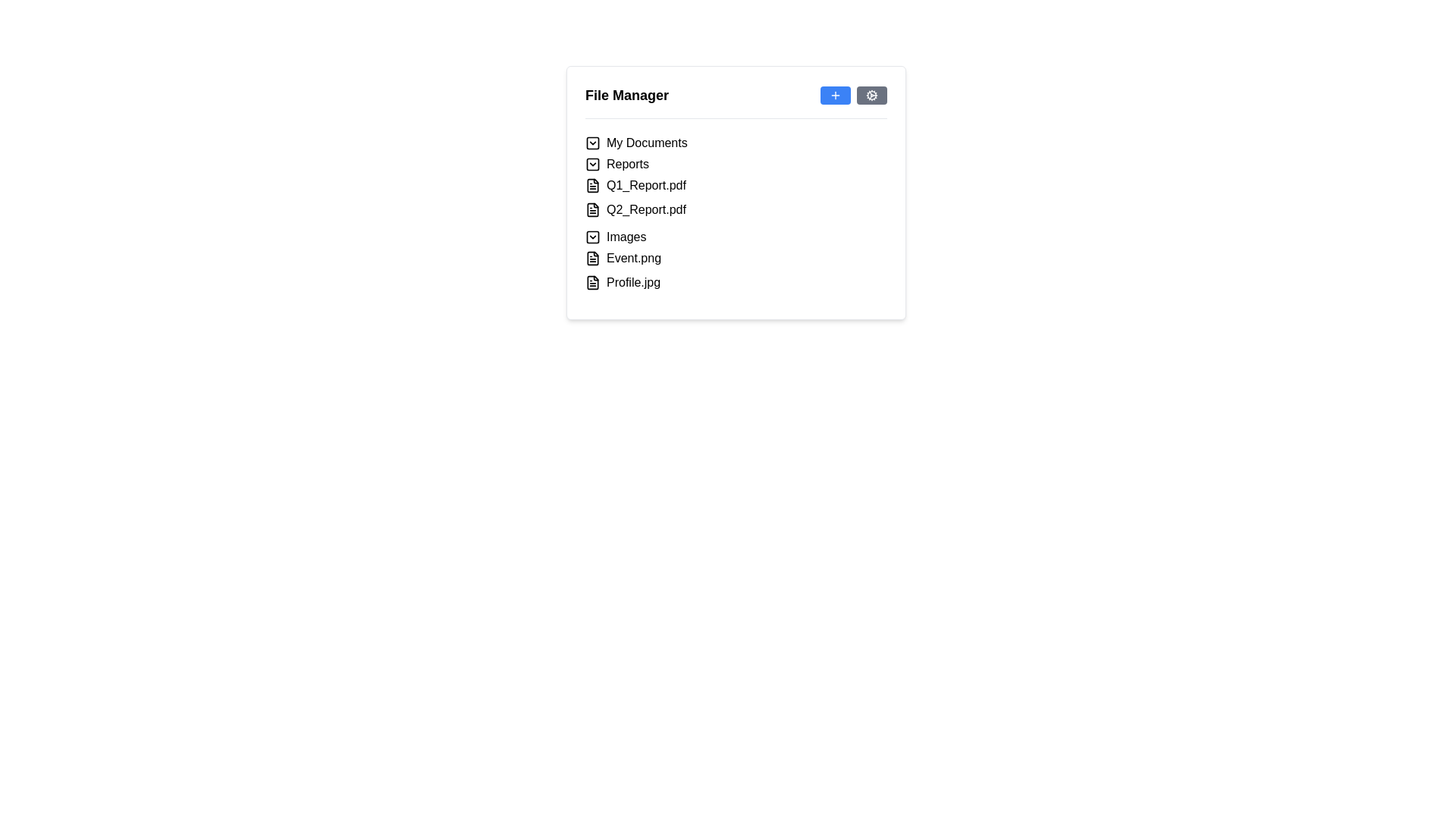 The height and width of the screenshot is (819, 1456). Describe the element at coordinates (592, 237) in the screenshot. I see `the Toggle icon or dropdown indicator, which is a small square icon with a downward-pointing chevron, located to the left of the 'Images' label in the file manager's hierarchical list` at that location.